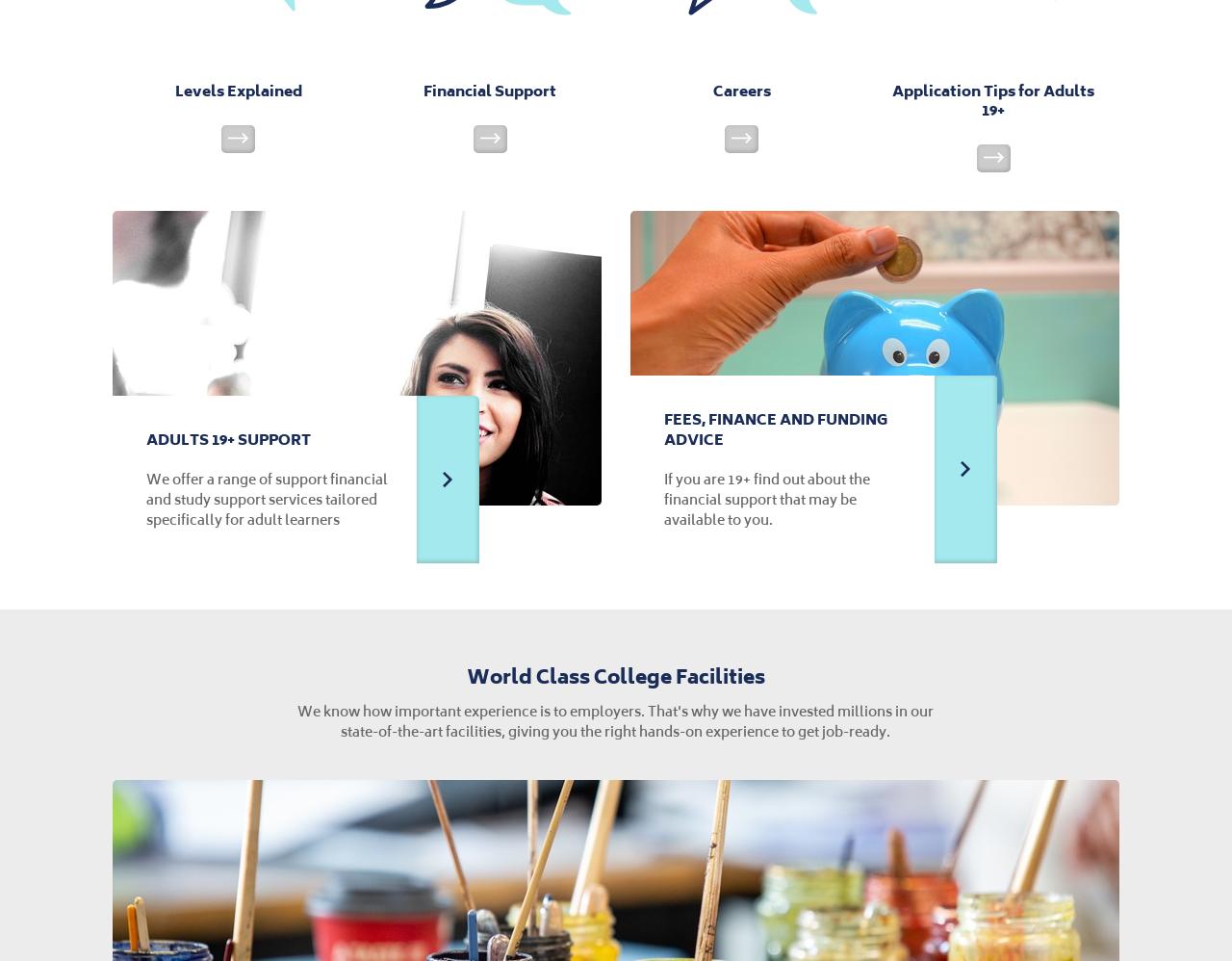 The width and height of the screenshot is (1232, 961). I want to click on 'World Class College Facilities', so click(613, 675).